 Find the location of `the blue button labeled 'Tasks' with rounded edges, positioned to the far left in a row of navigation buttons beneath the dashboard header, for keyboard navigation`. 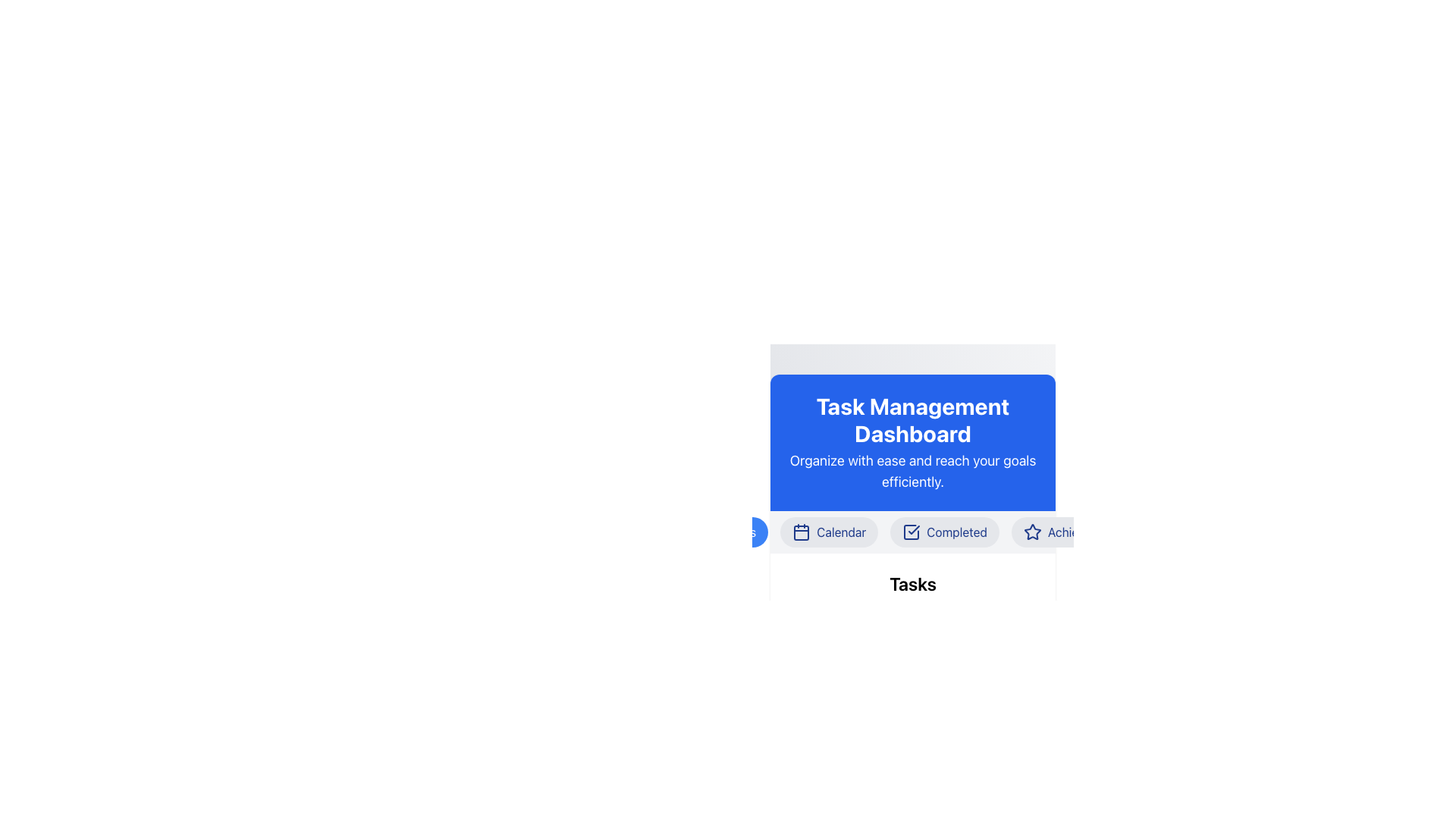

the blue button labeled 'Tasks' with rounded edges, positioned to the far left in a row of navigation buttons beneath the dashboard header, for keyboard navigation is located at coordinates (728, 532).